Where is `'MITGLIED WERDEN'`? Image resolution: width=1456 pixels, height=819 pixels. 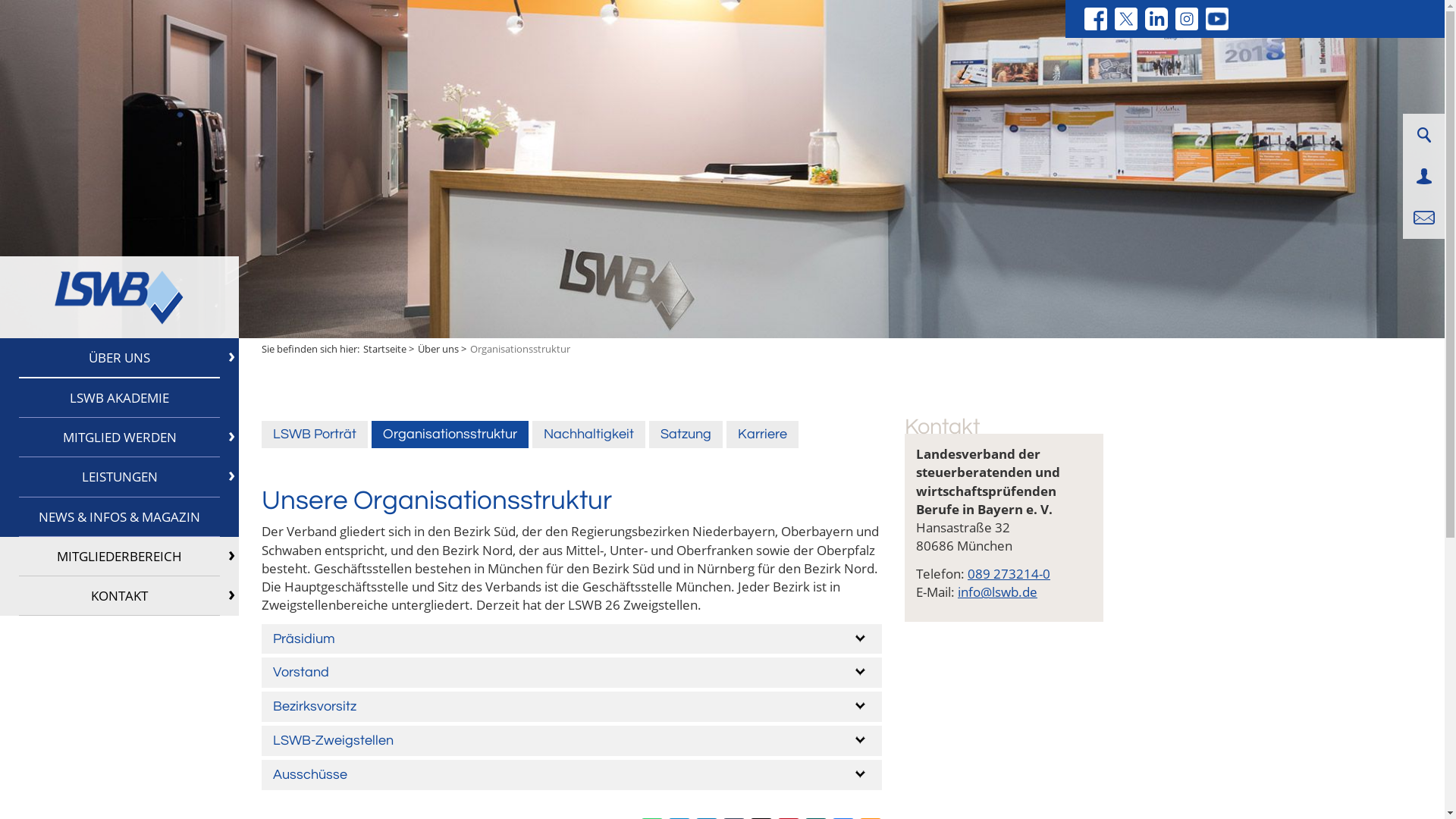 'MITGLIED WERDEN' is located at coordinates (118, 438).